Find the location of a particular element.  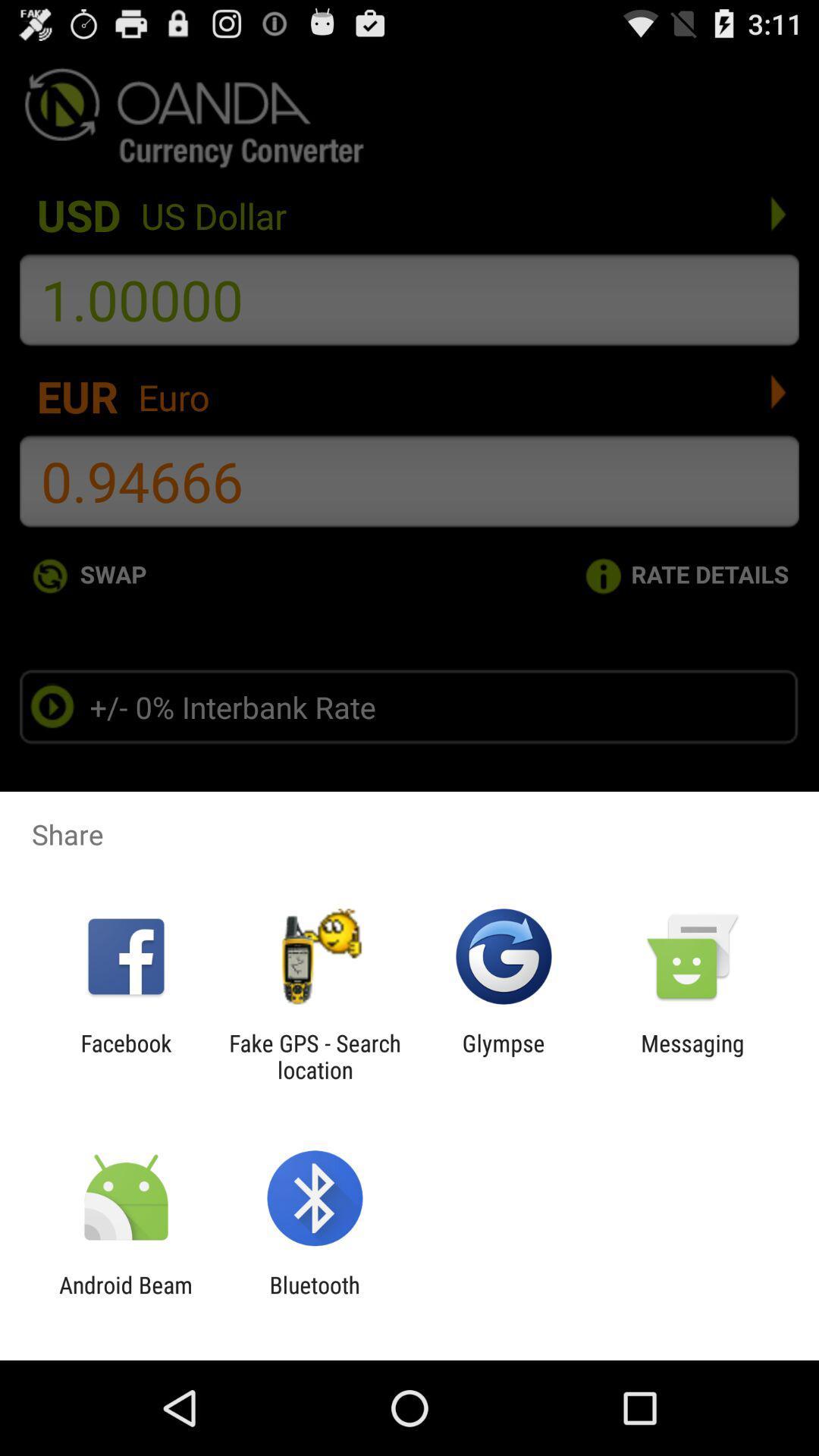

item to the left of bluetooth item is located at coordinates (125, 1298).